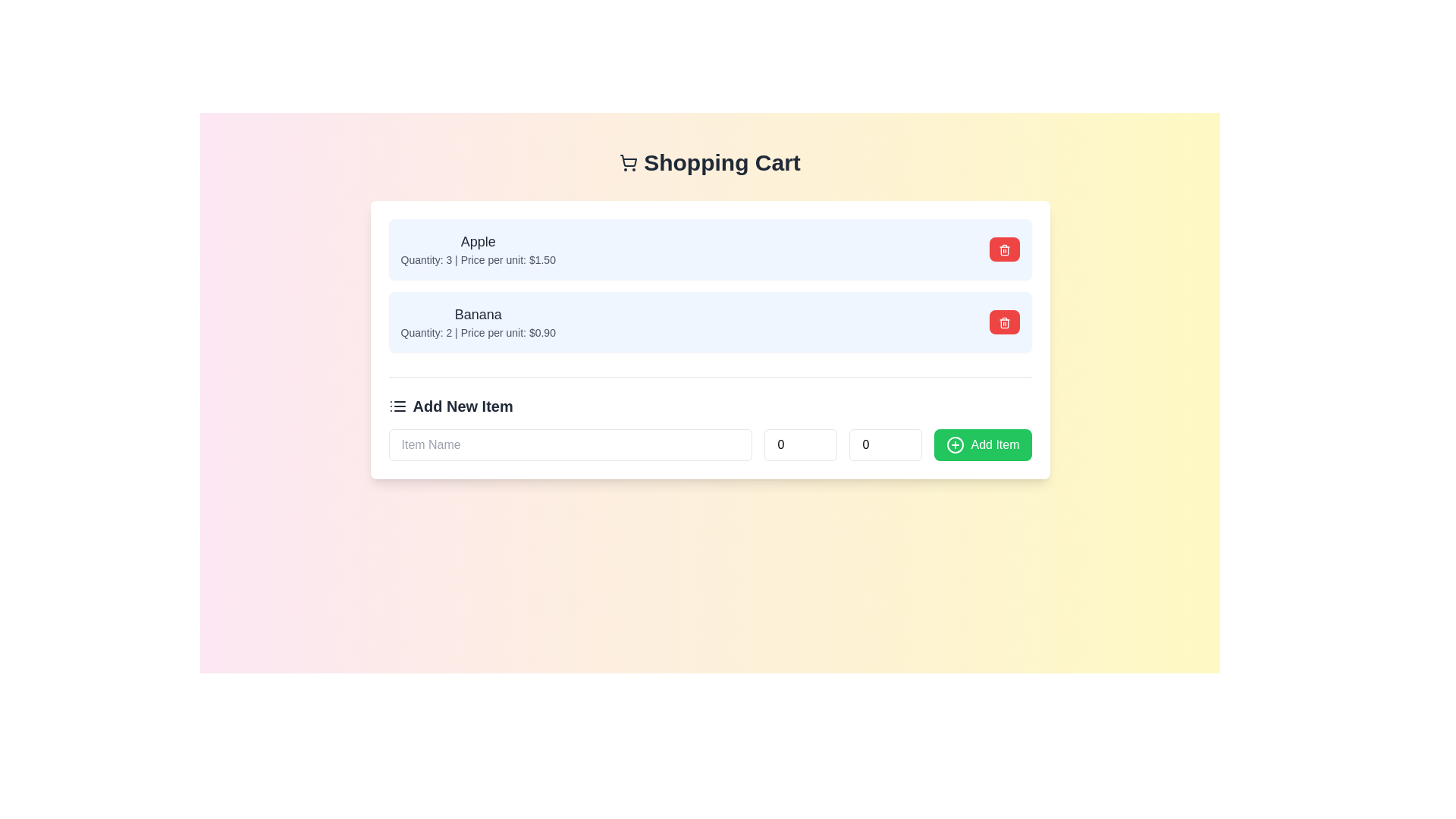 Image resolution: width=1456 pixels, height=819 pixels. What do you see at coordinates (709, 163) in the screenshot?
I see `the title or heading element of the shopping cart interface` at bounding box center [709, 163].